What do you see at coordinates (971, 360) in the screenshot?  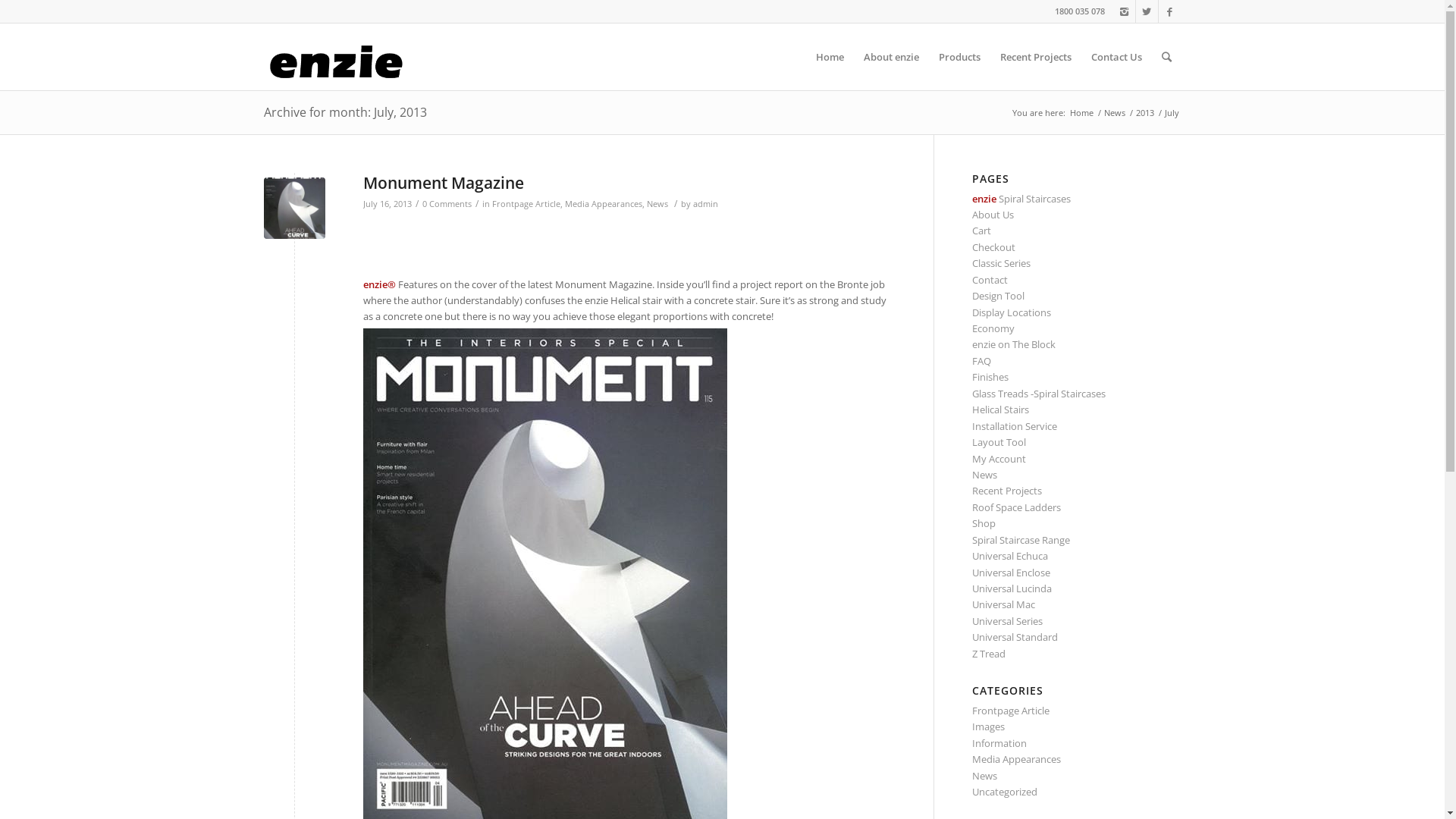 I see `'FAQ'` at bounding box center [971, 360].